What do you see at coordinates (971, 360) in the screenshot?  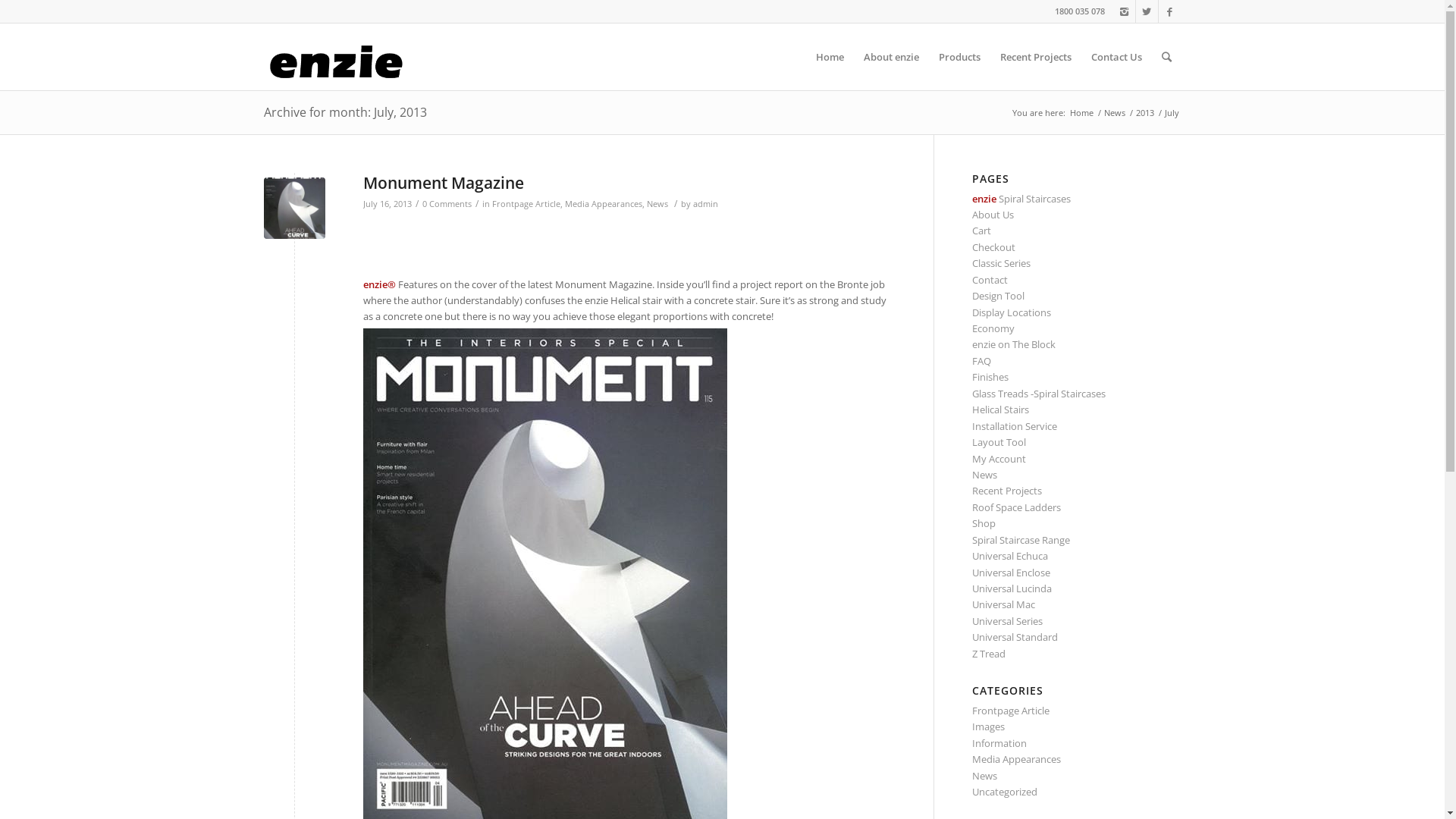 I see `'FAQ'` at bounding box center [971, 360].